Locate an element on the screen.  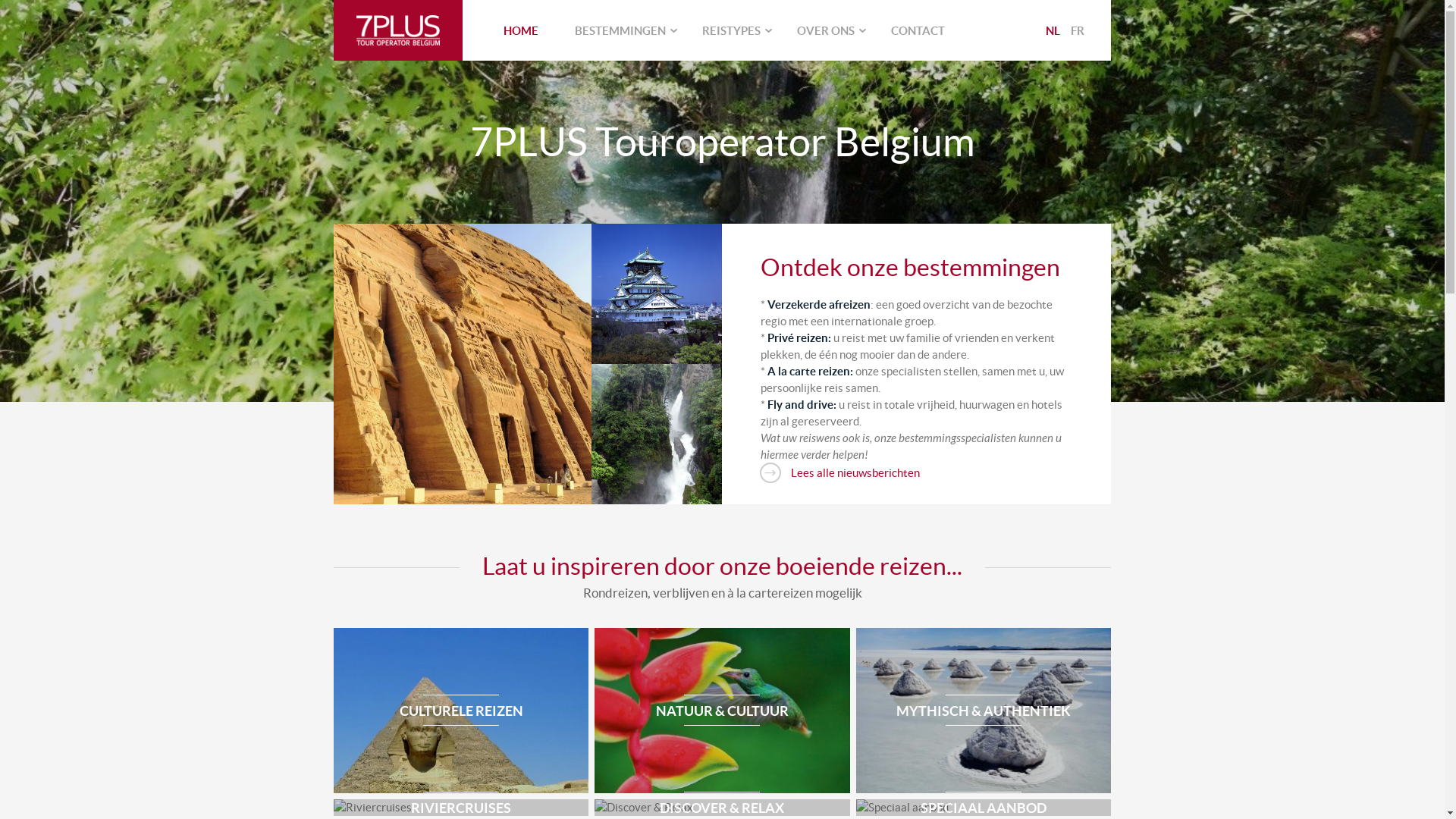
'BESTEMMINGEN' is located at coordinates (620, 30).